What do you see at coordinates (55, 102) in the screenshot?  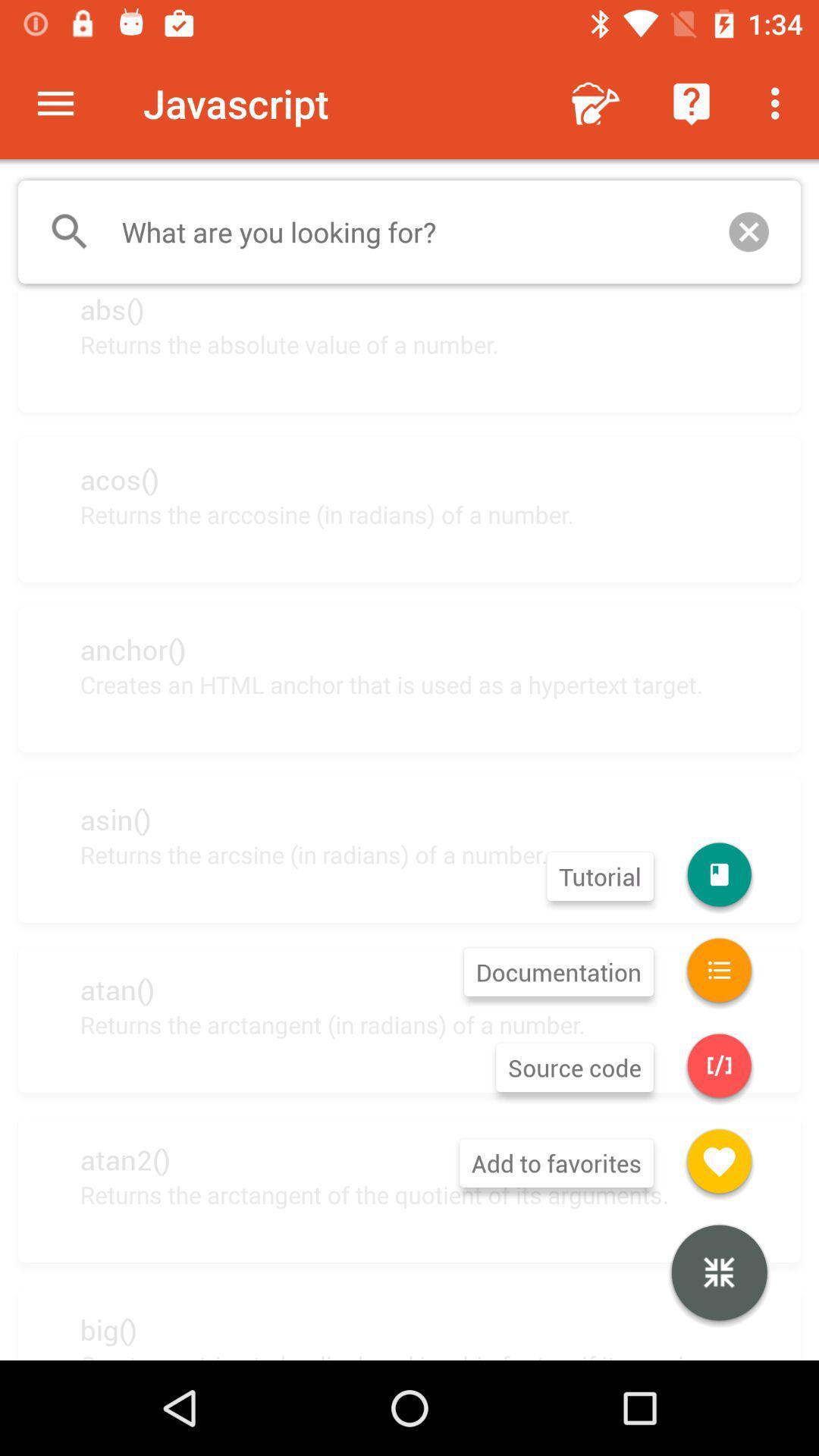 I see `the app to the left of the javascript item` at bounding box center [55, 102].